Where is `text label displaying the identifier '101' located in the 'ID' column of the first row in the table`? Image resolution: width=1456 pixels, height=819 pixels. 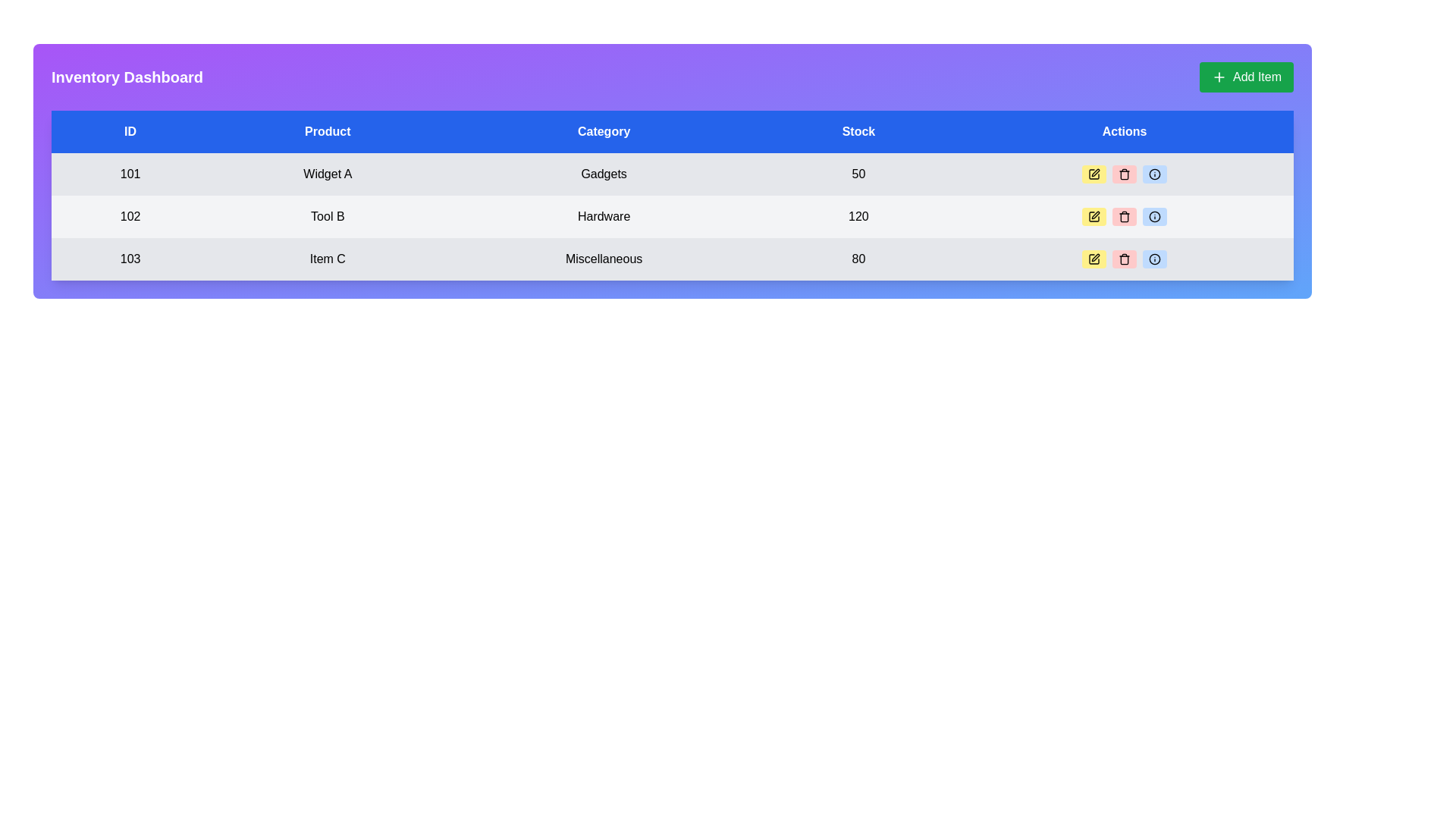
text label displaying the identifier '101' located in the 'ID' column of the first row in the table is located at coordinates (130, 174).